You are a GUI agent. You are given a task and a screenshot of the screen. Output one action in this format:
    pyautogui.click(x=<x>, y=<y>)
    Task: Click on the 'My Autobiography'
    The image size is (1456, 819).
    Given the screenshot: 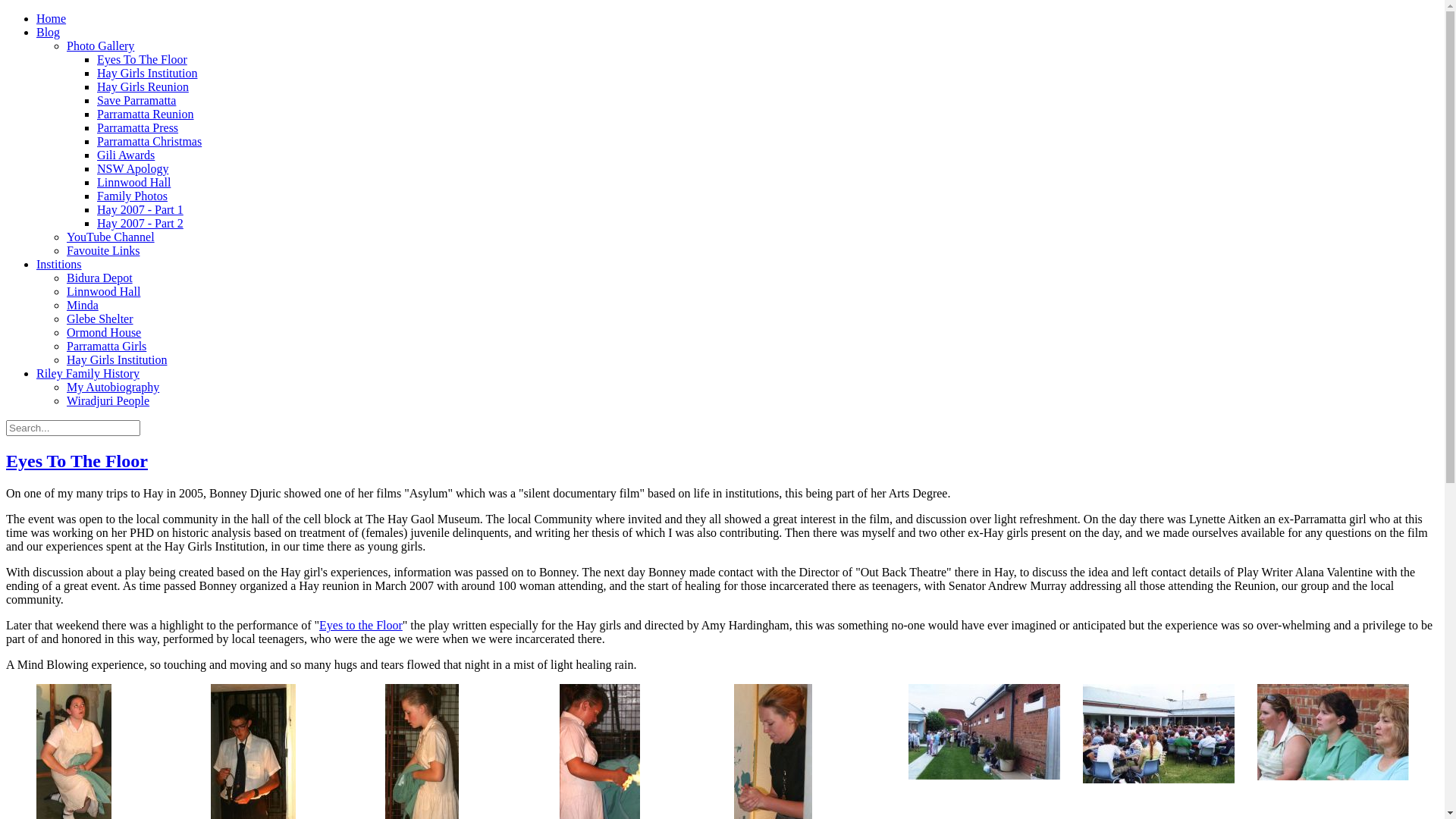 What is the action you would take?
    pyautogui.click(x=65, y=386)
    